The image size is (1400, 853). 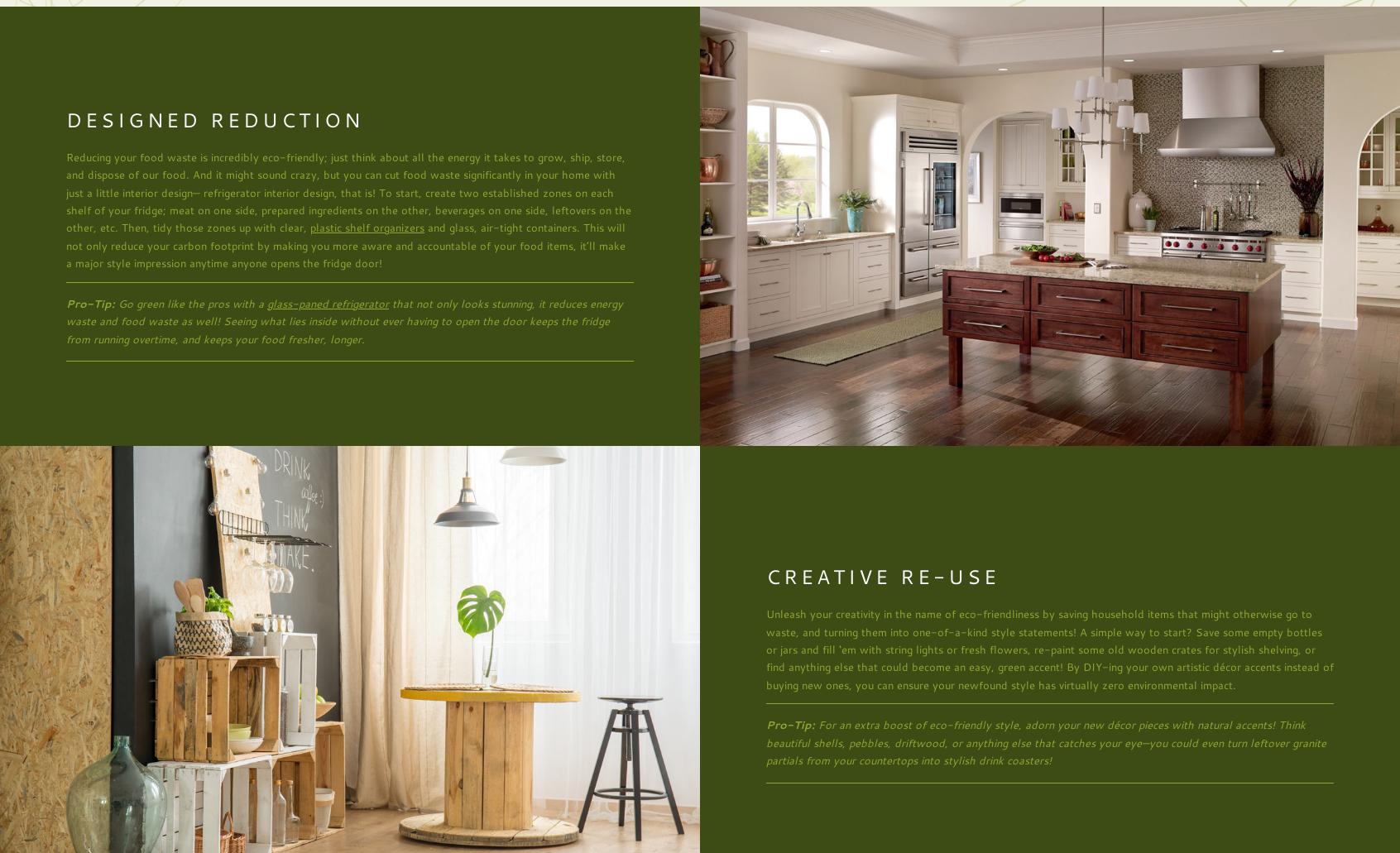 I want to click on 'Reducing your food waste is incredibly eco-friendly; just think about all the energy it takes to grow, ship, store, and dispose of our food. And it might sound crazy, but you can cut food waste significantly in your home with just a little interior design— refrigerator interior design, that is! To start, create two established zones on each shelf of your fridge; meat on one side, prepared ingredients on the other, beverages on one side, leftovers on the other, etc. Then, tidy those zones up with clear,', so click(x=348, y=191).